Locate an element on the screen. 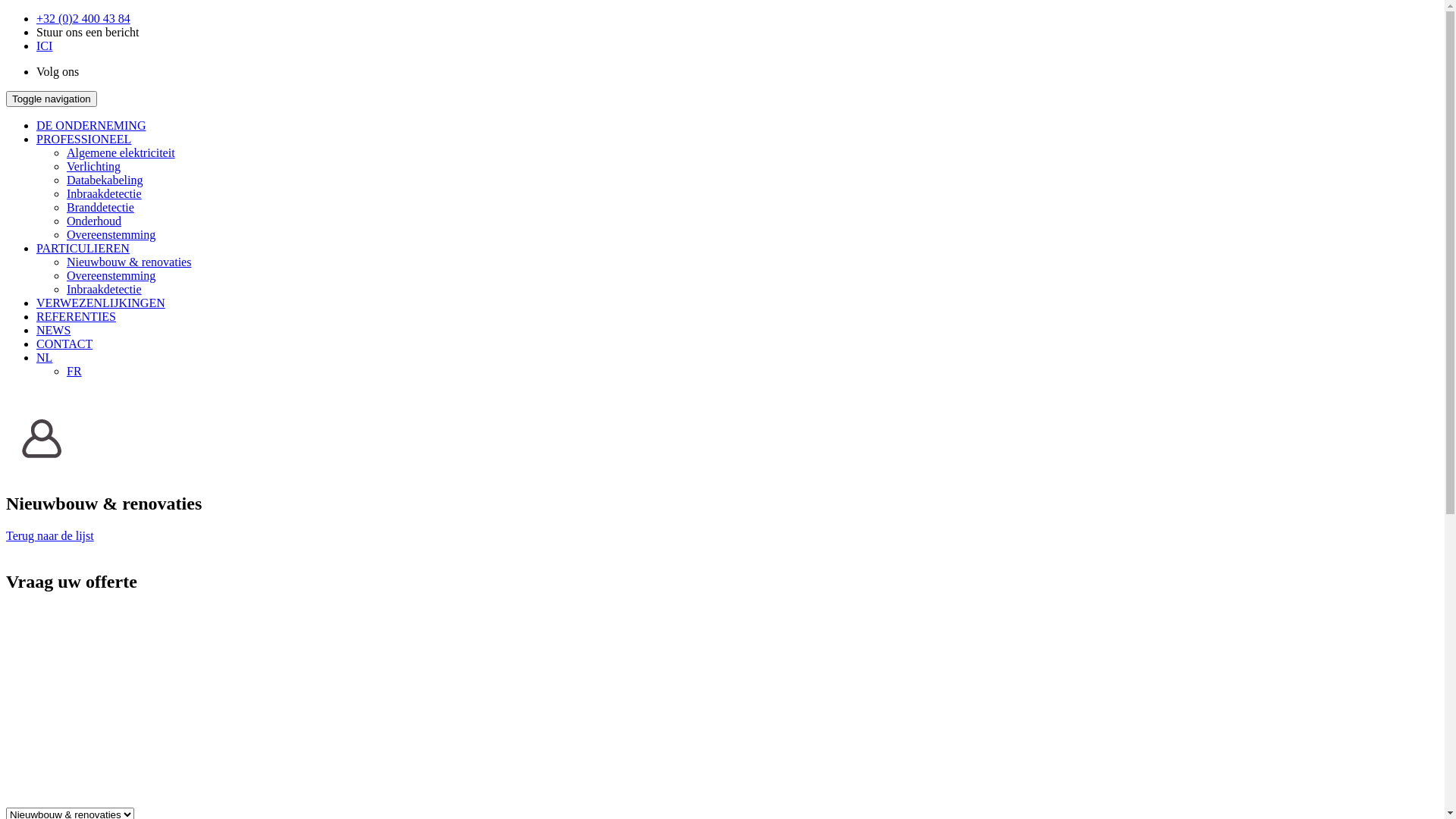 Image resolution: width=1456 pixels, height=819 pixels. 'FR' is located at coordinates (73, 371).